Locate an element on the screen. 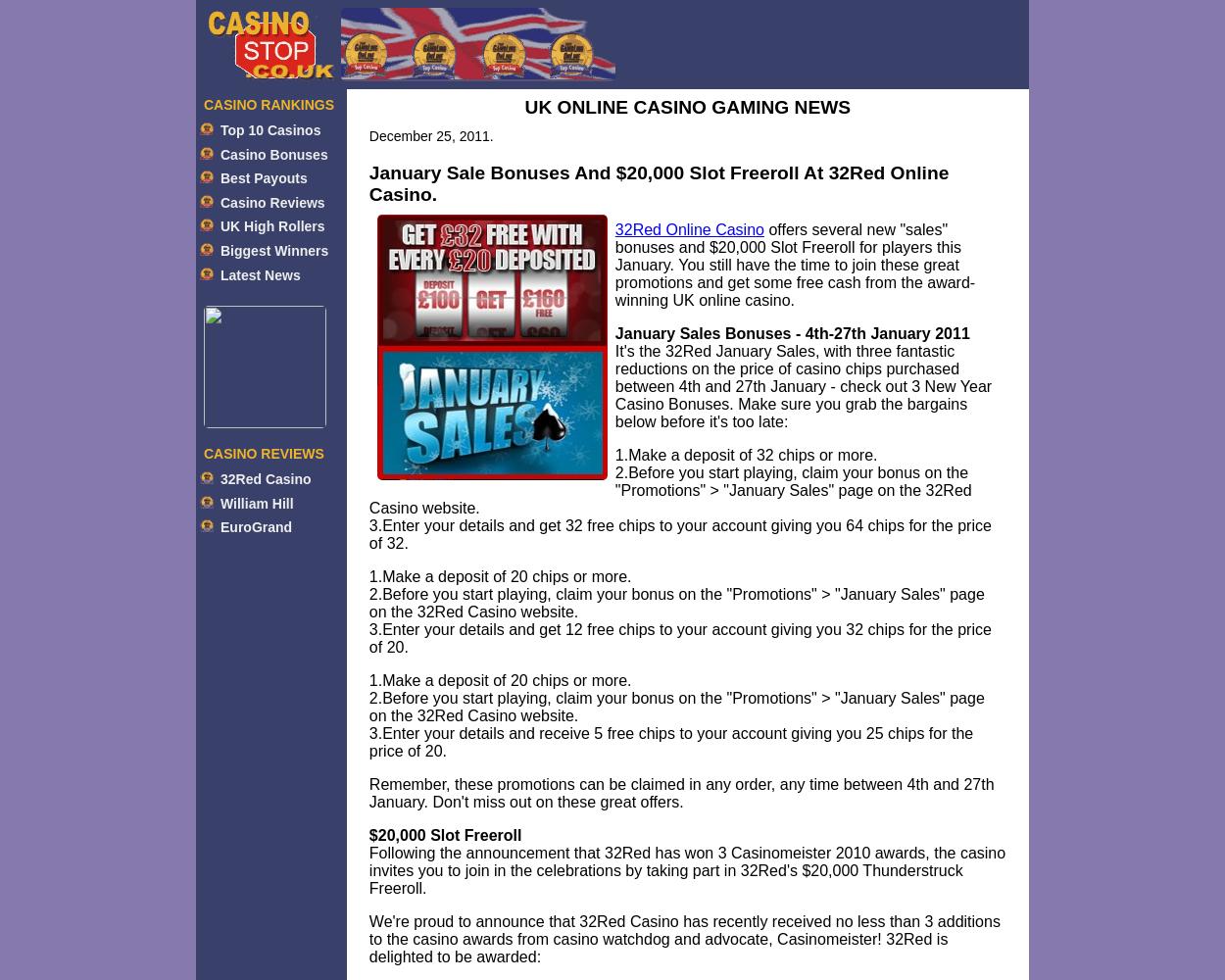 The width and height of the screenshot is (1225, 980). 'CASINO RANKINGS' is located at coordinates (269, 104).